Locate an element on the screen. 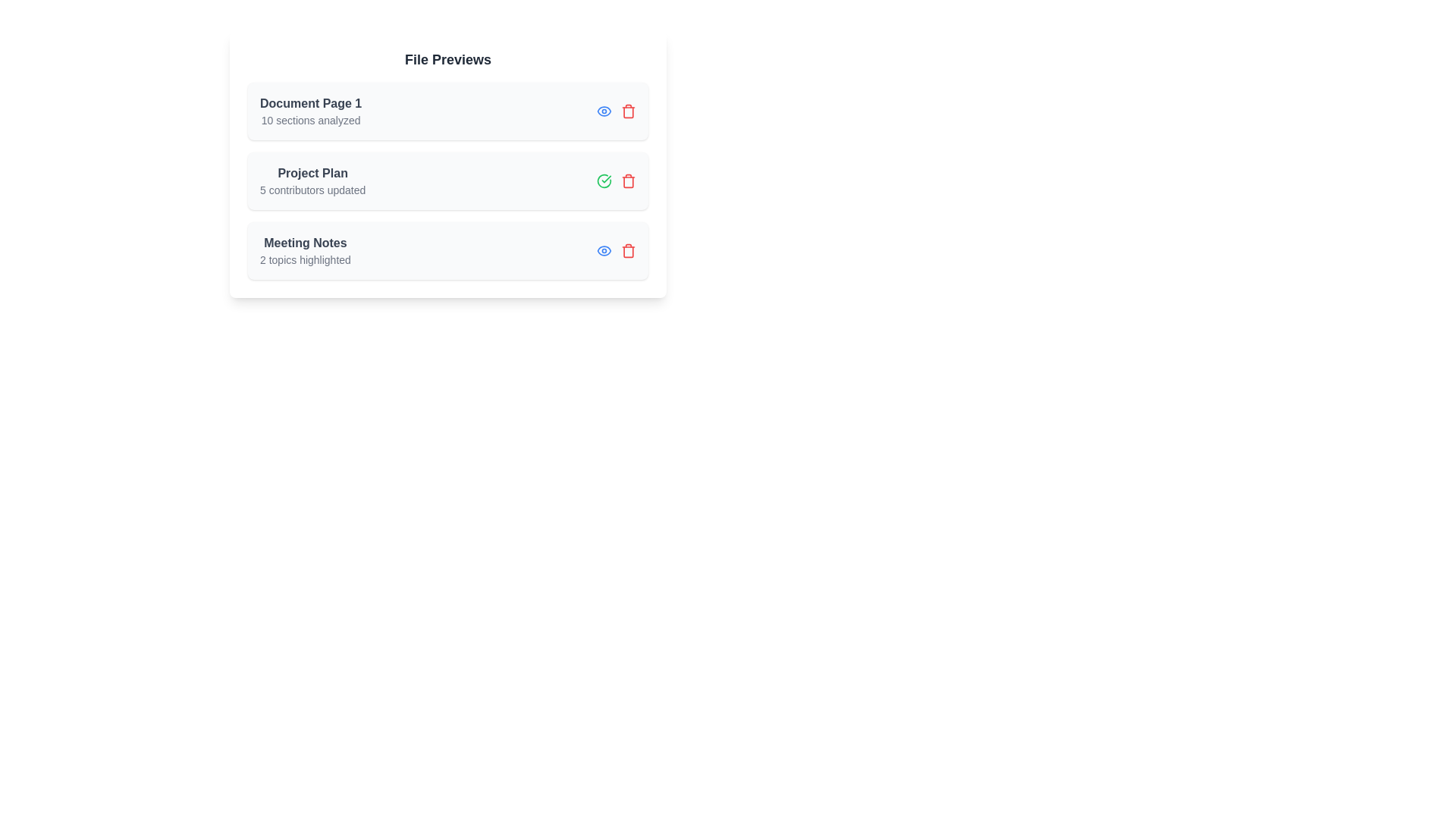 The width and height of the screenshot is (1456, 819). 'Eye' icon for the item with title Meeting Notes is located at coordinates (603, 250).